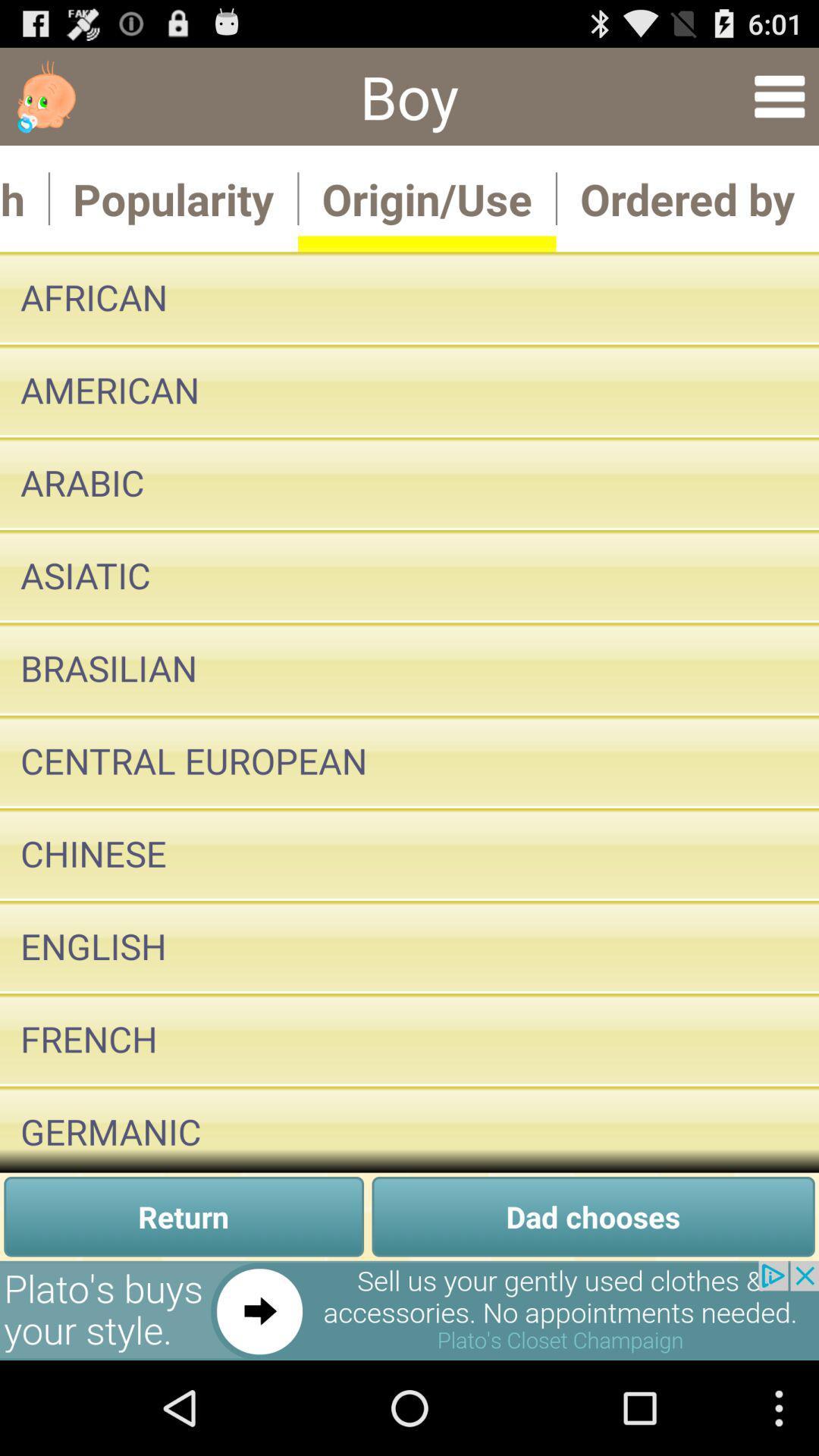 This screenshot has width=819, height=1456. I want to click on the menu icon, so click(780, 102).